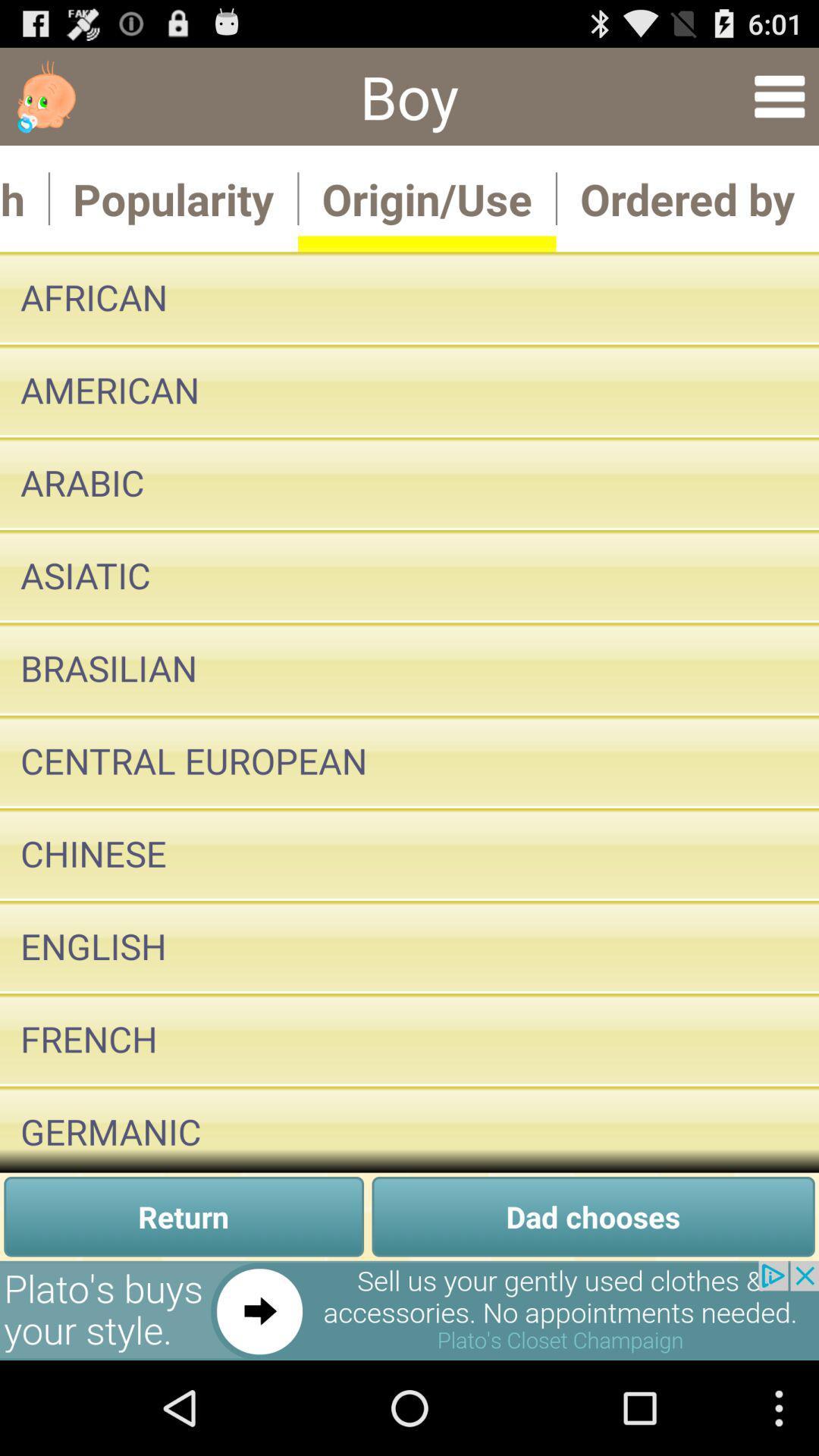 This screenshot has width=819, height=1456. I want to click on the menu icon, so click(780, 102).